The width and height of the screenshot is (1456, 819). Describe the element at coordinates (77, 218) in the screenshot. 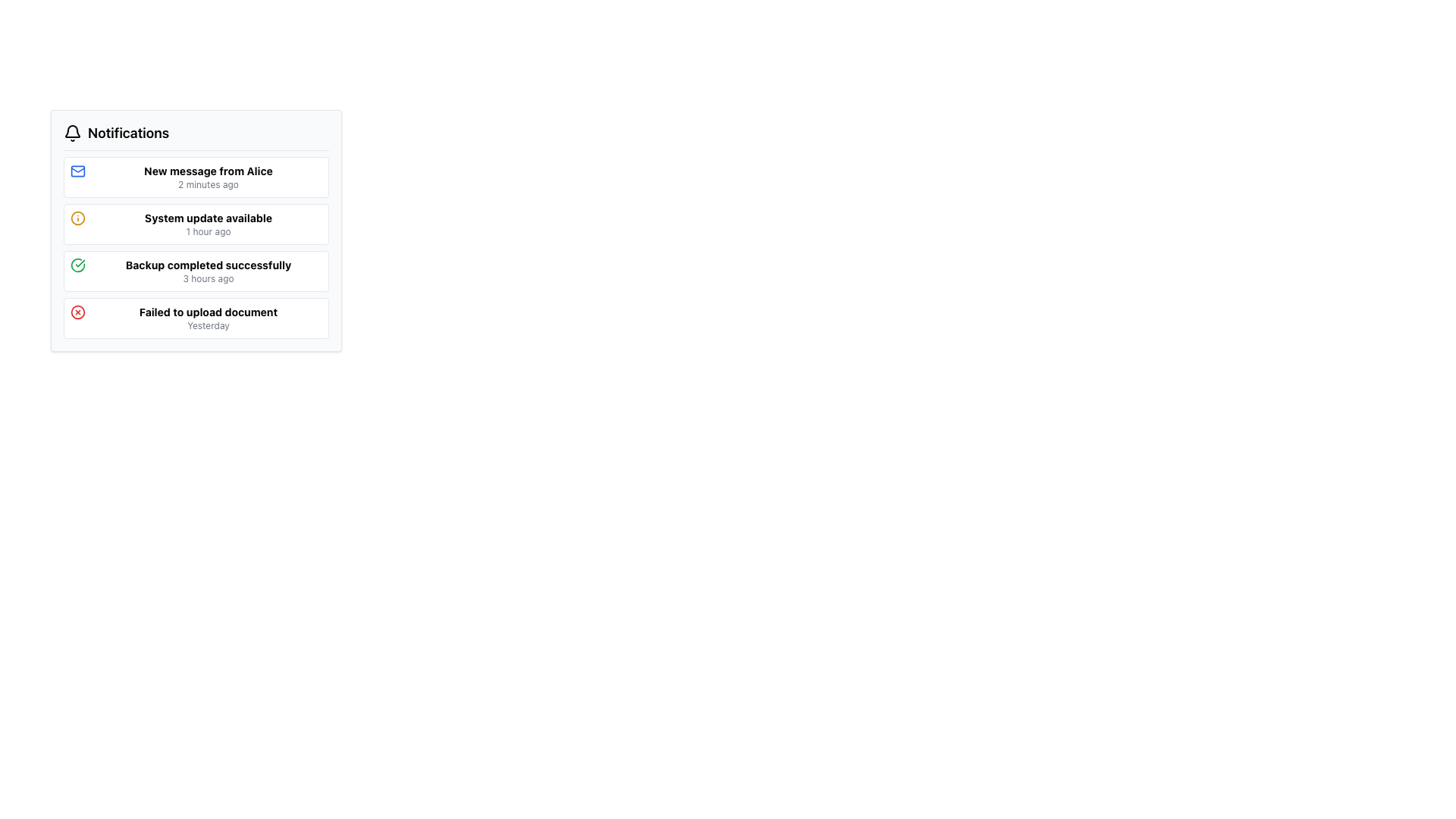

I see `the information or notification icon located at the leftmost side of the notification card labeled 'System update available - 1 hour ago'` at that location.